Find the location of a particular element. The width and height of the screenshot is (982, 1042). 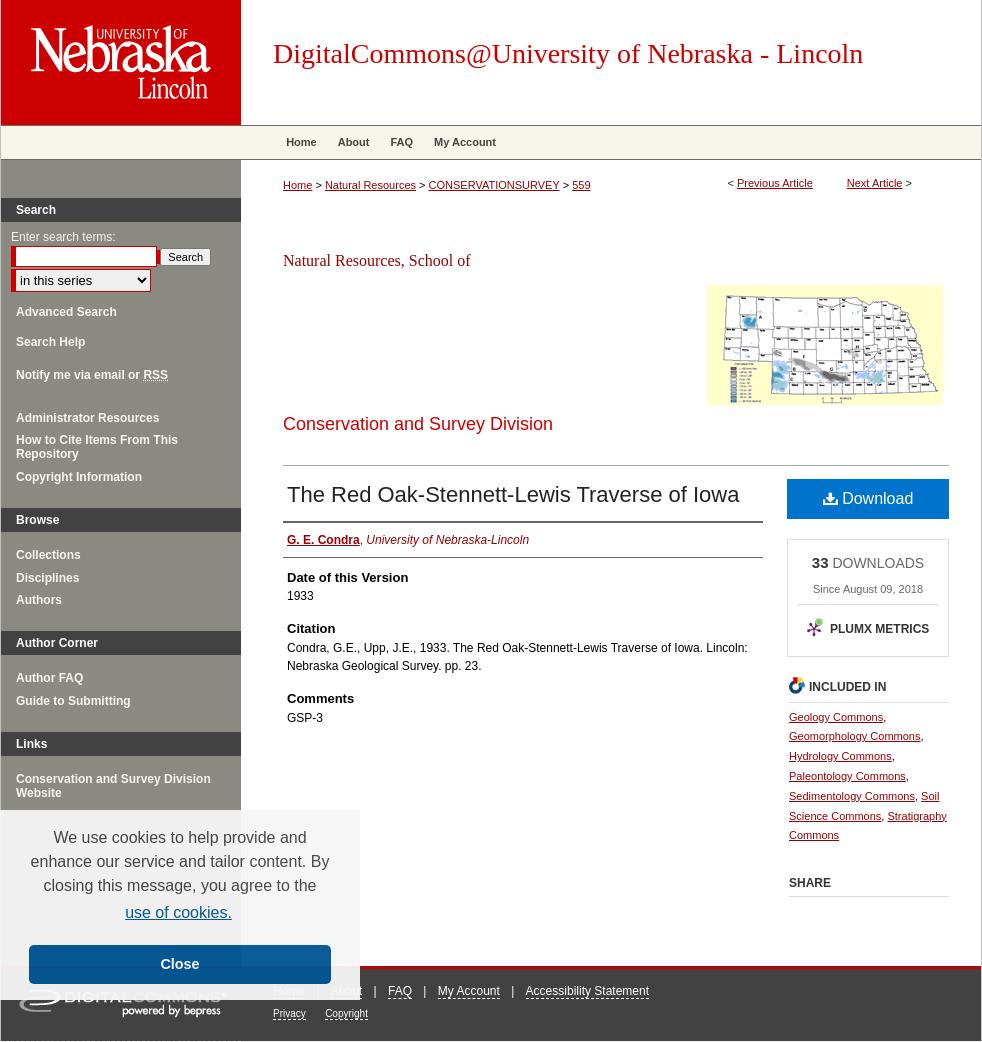

'Links' is located at coordinates (30, 742).